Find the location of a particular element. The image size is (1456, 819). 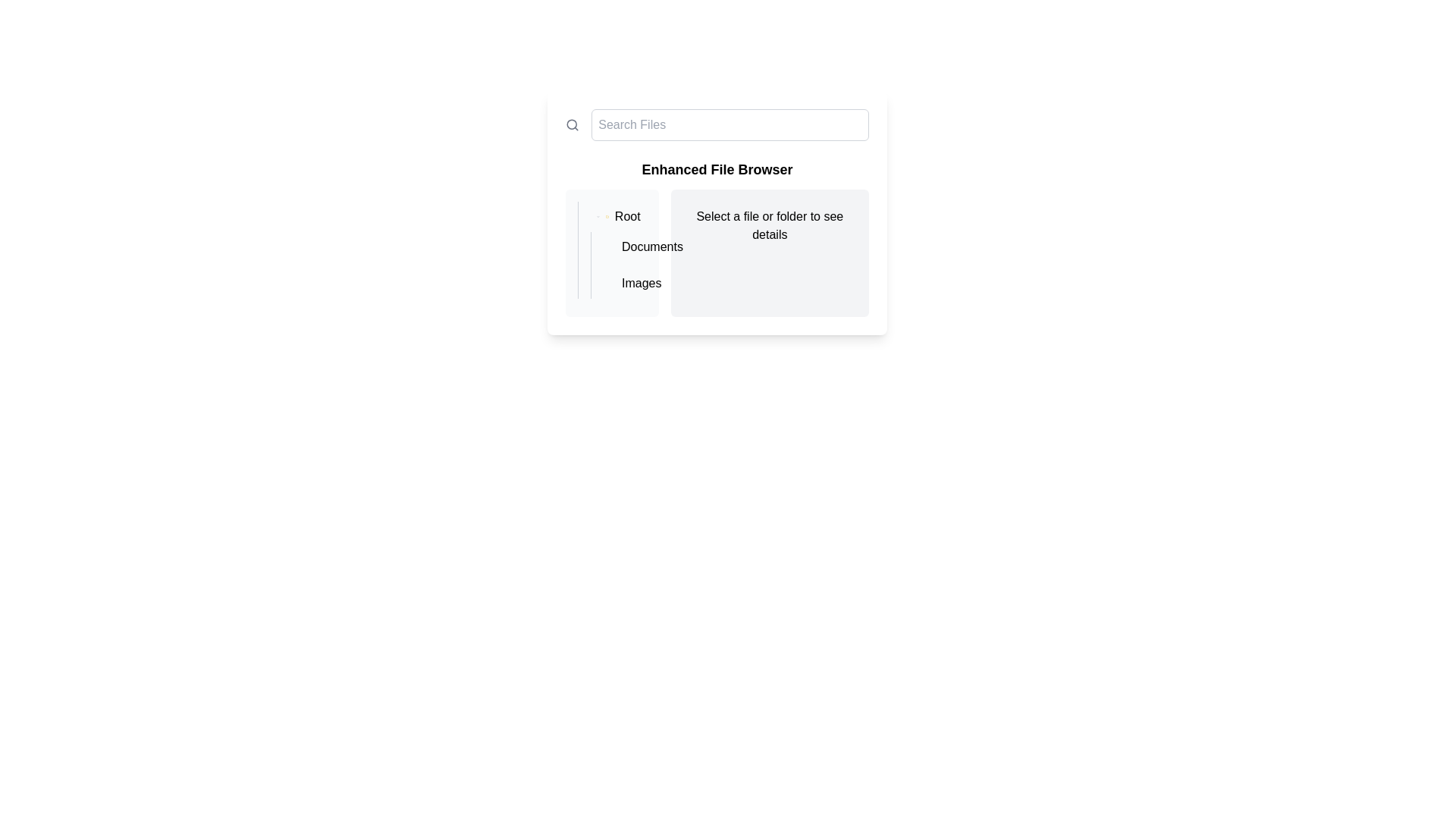

the Folder label in the file browsing sidebar is located at coordinates (618, 216).